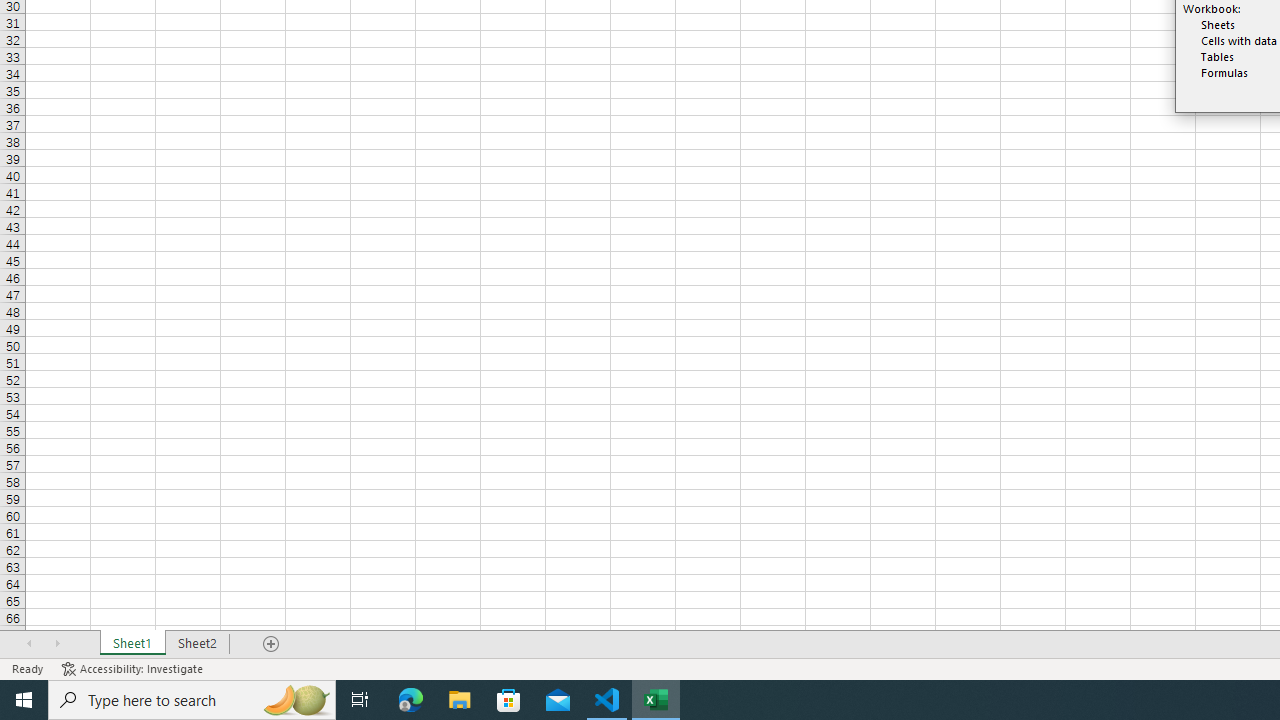 This screenshot has height=720, width=1280. Describe the element at coordinates (459, 698) in the screenshot. I see `'File Explorer'` at that location.